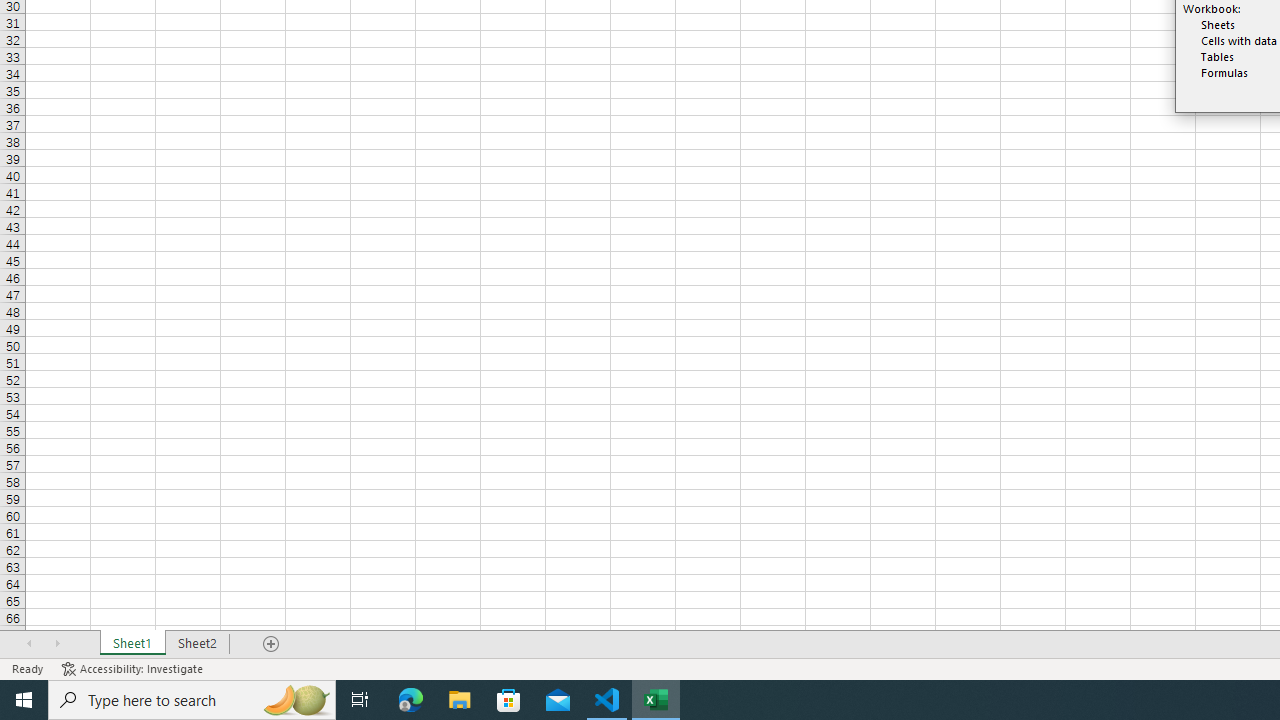 This screenshot has height=720, width=1280. Describe the element at coordinates (459, 698) in the screenshot. I see `'File Explorer'` at that location.